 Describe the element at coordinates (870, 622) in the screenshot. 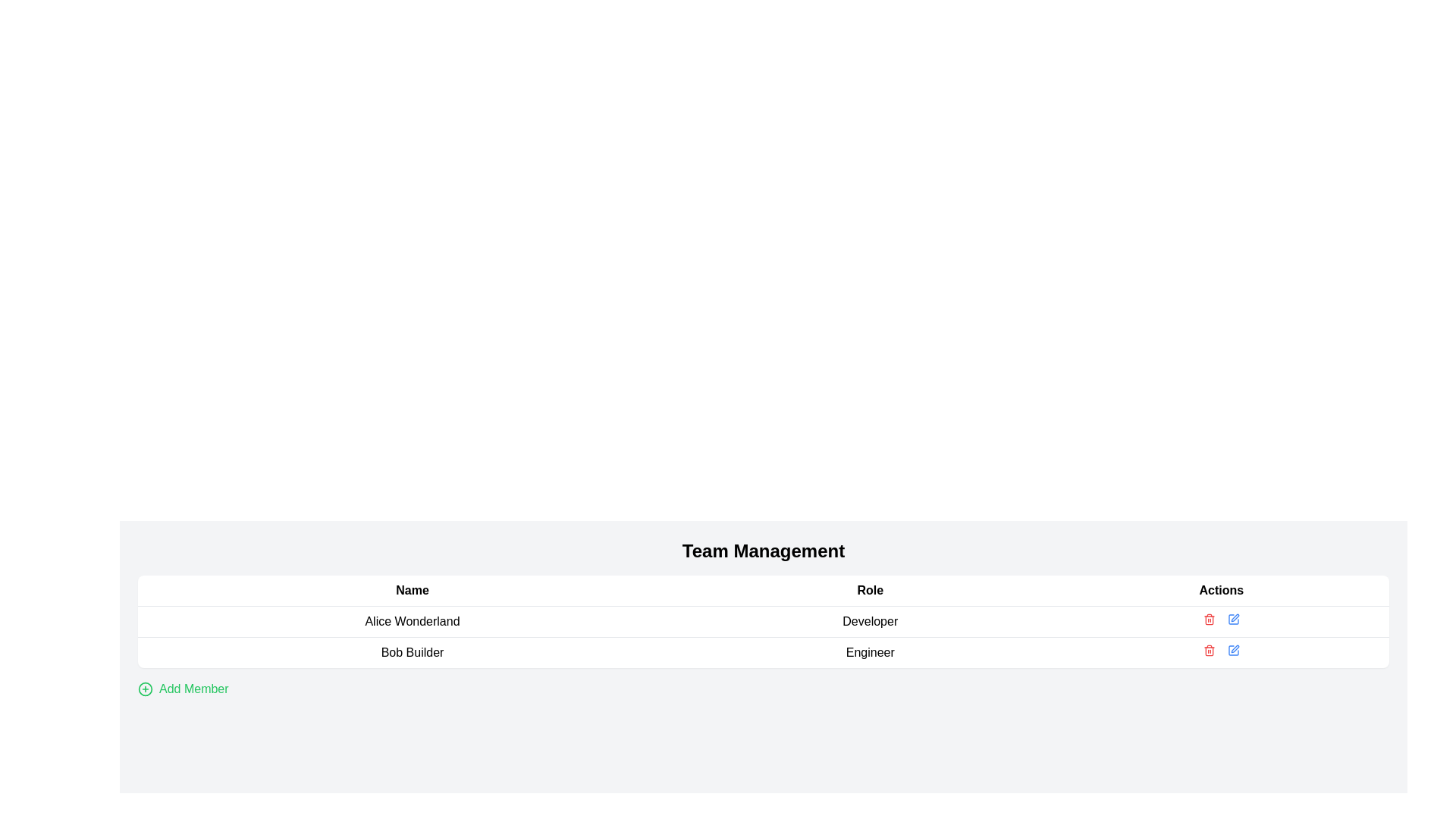

I see `text field displaying the role information 'Developer' for the person 'Alice Wonderland' located in the second row of the table under the 'Role' column` at that location.